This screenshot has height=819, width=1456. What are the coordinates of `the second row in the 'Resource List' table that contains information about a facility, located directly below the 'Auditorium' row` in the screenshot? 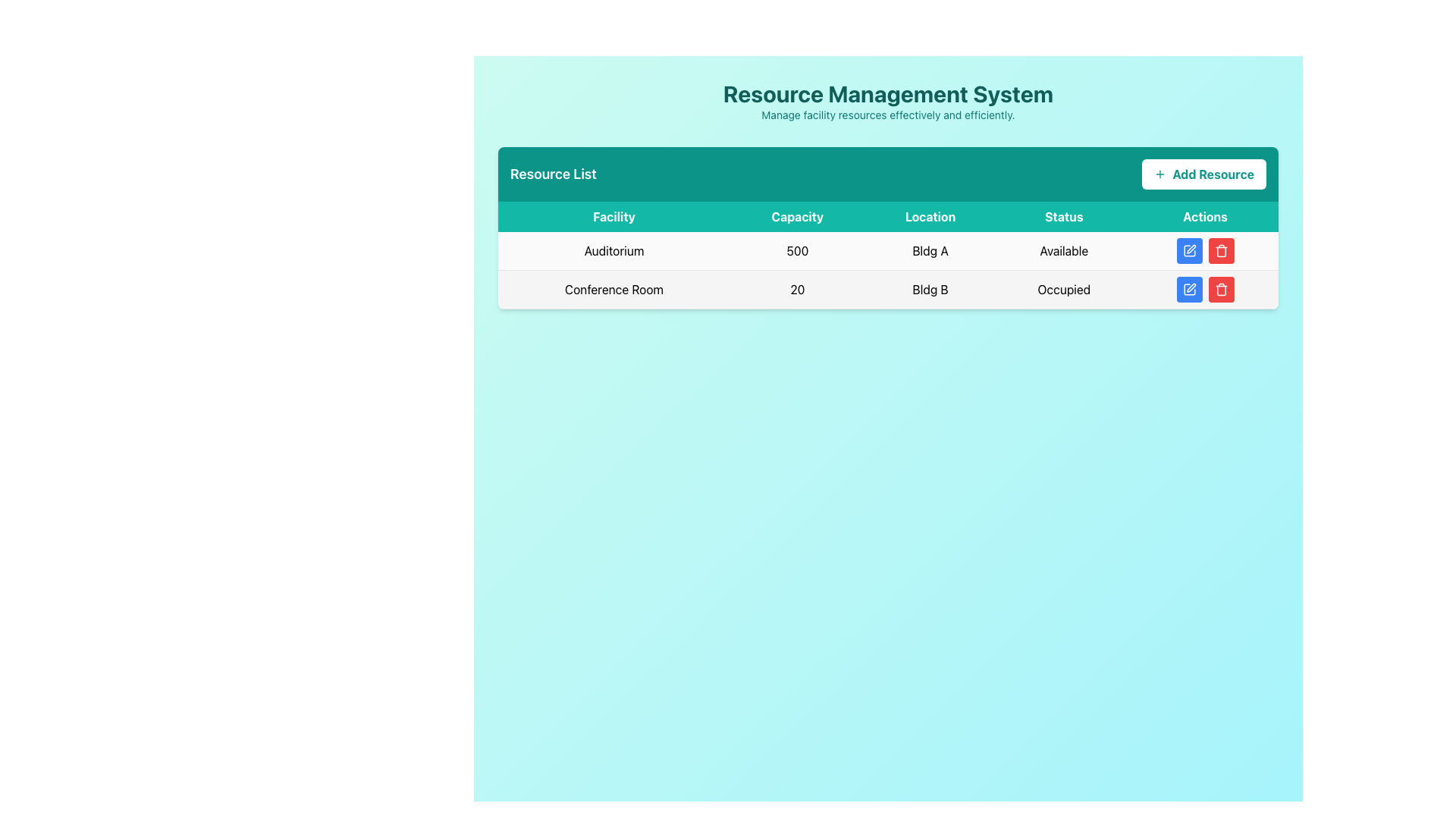 It's located at (888, 289).